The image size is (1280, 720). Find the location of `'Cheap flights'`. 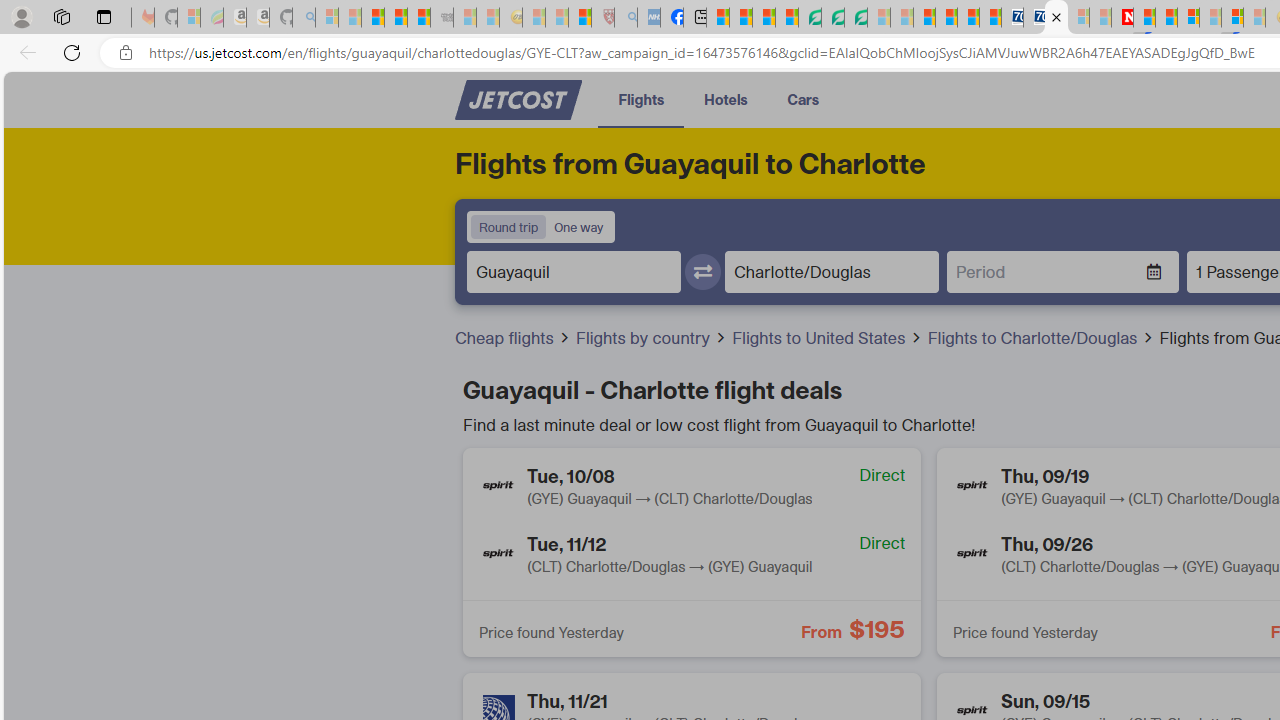

'Cheap flights' is located at coordinates (506, 336).